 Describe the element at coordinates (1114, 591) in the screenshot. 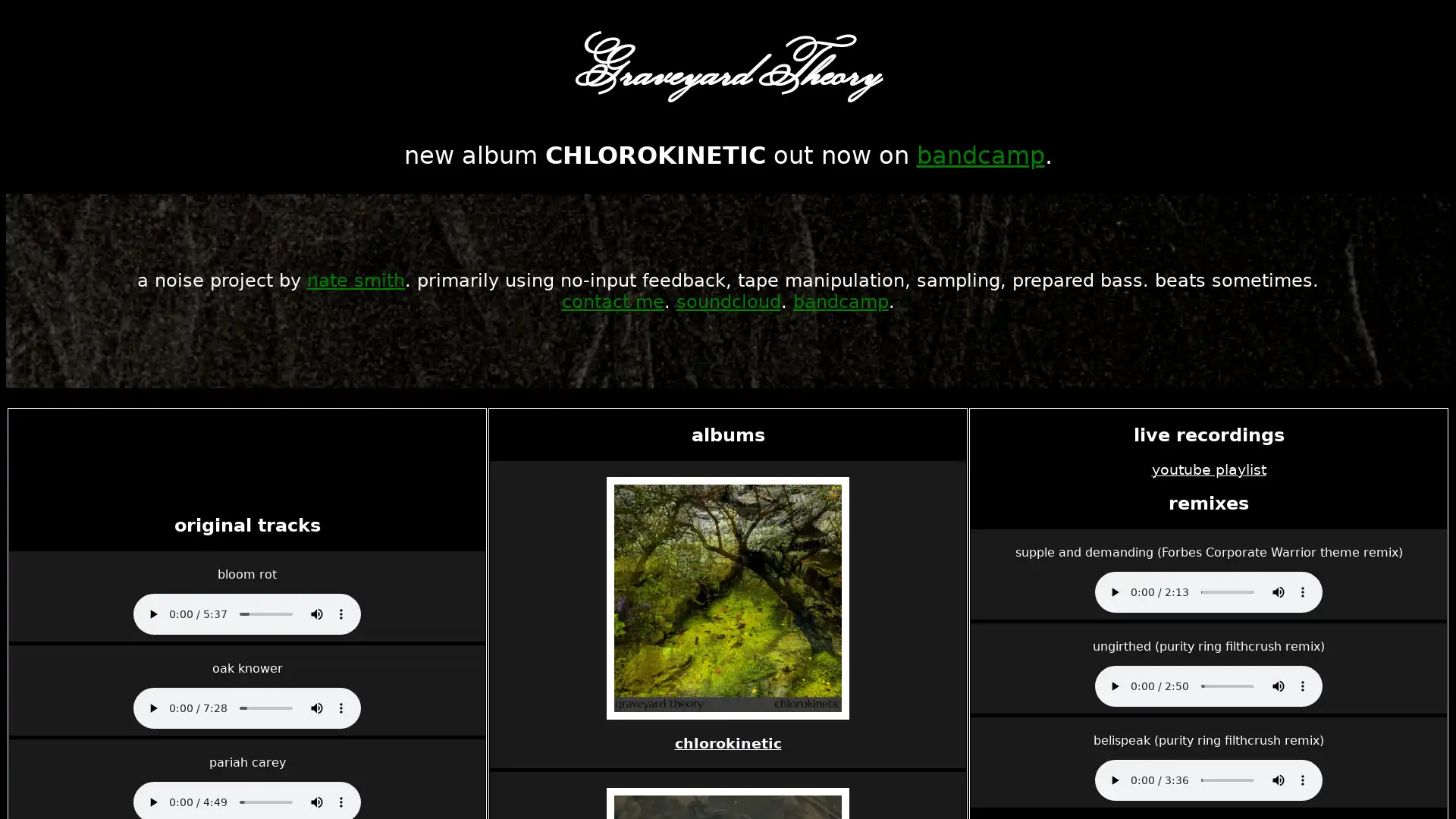

I see `play` at that location.